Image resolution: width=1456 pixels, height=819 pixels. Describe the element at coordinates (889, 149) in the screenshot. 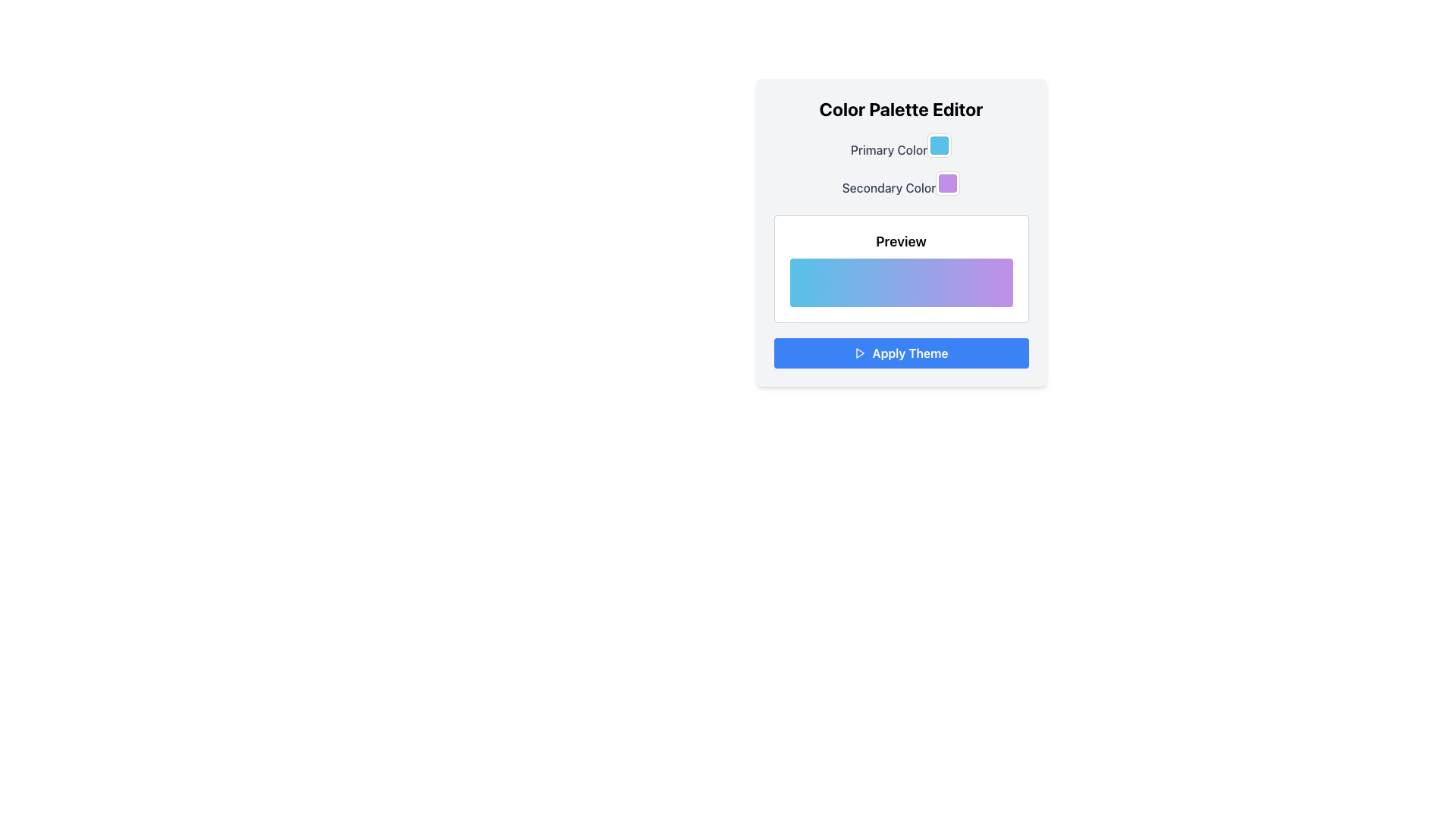

I see `the 'Primary Color' label text, which is a medium font size in grayish hue (#707070), located above the preview box in the 'Color Palette Editor' interface` at that location.